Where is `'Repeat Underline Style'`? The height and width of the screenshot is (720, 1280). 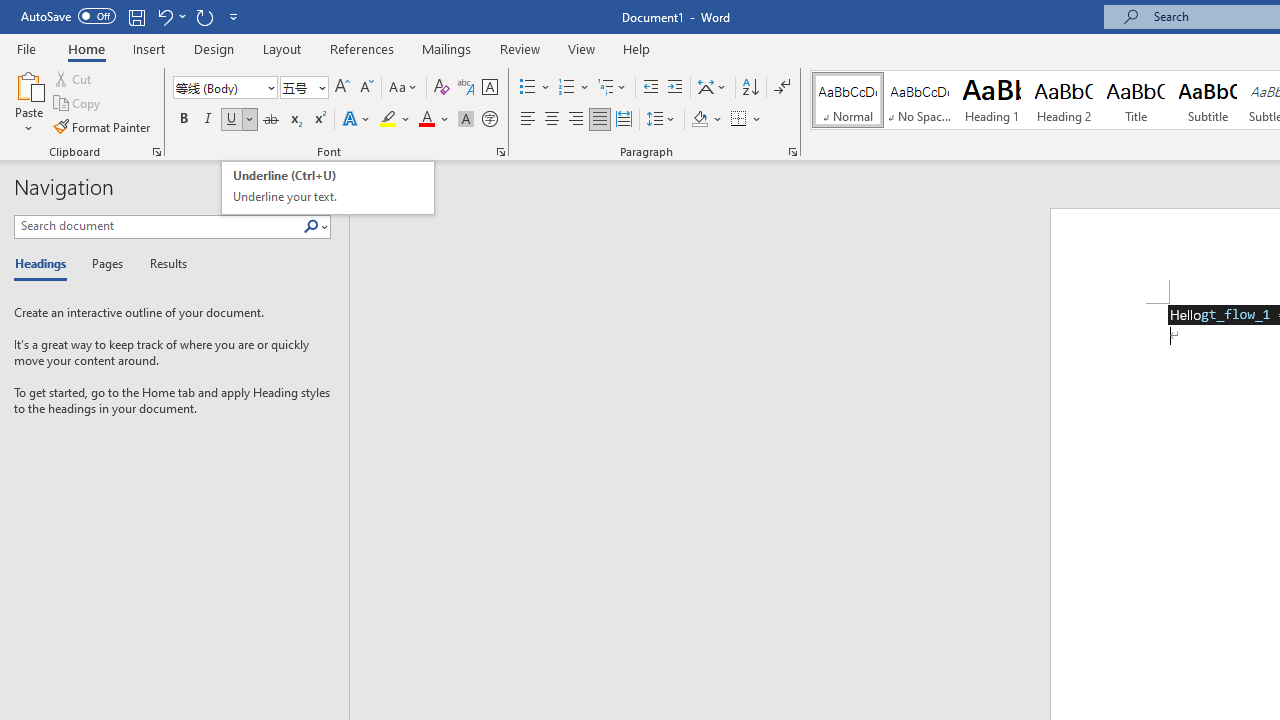
'Repeat Underline Style' is located at coordinates (204, 16).